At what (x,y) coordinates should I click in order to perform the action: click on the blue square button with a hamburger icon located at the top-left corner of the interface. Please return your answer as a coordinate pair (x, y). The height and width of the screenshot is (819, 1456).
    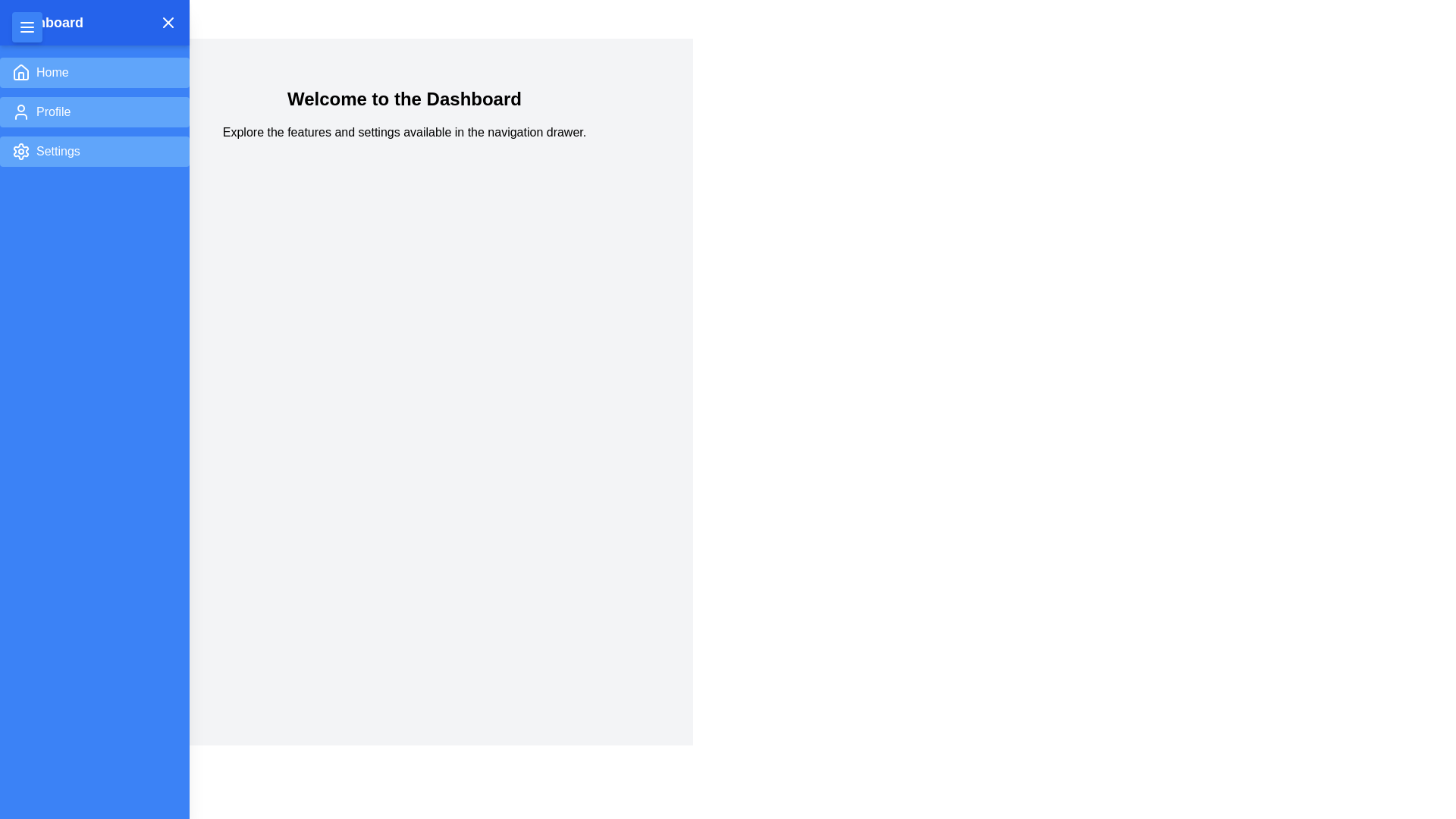
    Looking at the image, I should click on (27, 27).